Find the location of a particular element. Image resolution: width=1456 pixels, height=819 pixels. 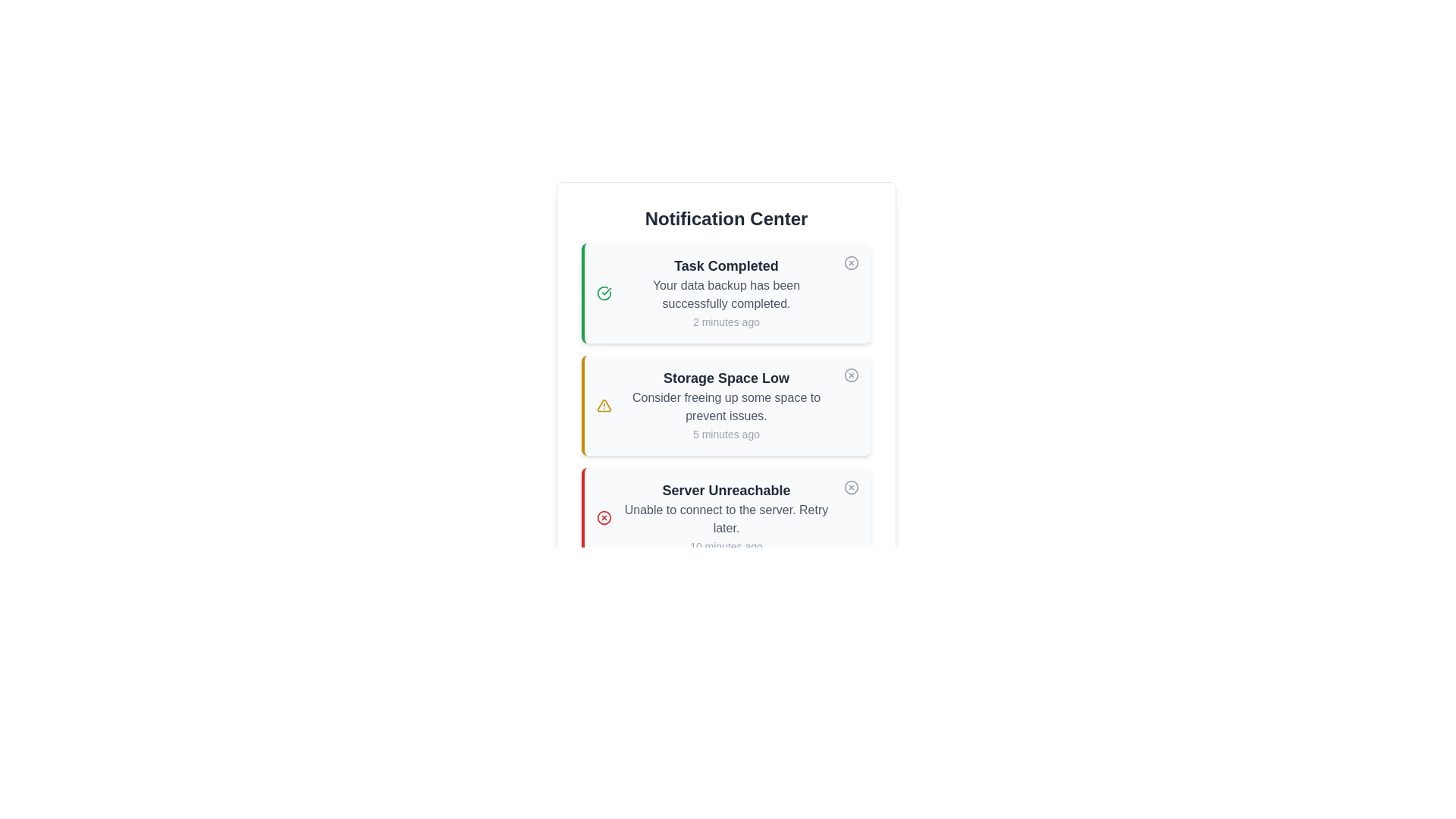

the text label displaying '5 minutes ago', which is styled in gray and positioned beneath the message about freeing up space under the notification titled 'Storage Space Low' is located at coordinates (726, 435).